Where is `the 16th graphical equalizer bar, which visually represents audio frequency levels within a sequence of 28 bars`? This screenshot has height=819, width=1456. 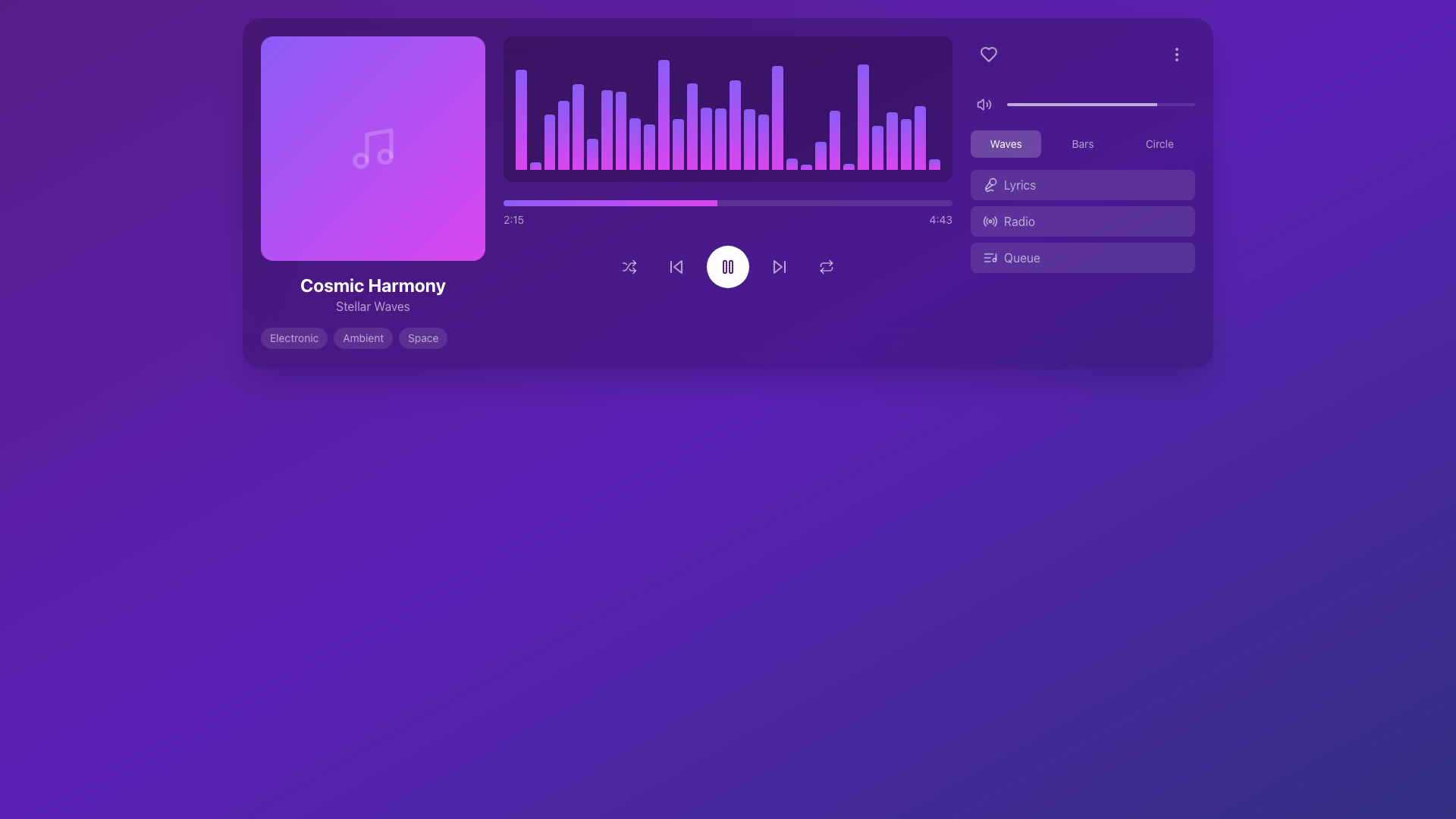
the 16th graphical equalizer bar, which visually represents audio frequency levels within a sequence of 28 bars is located at coordinates (735, 124).